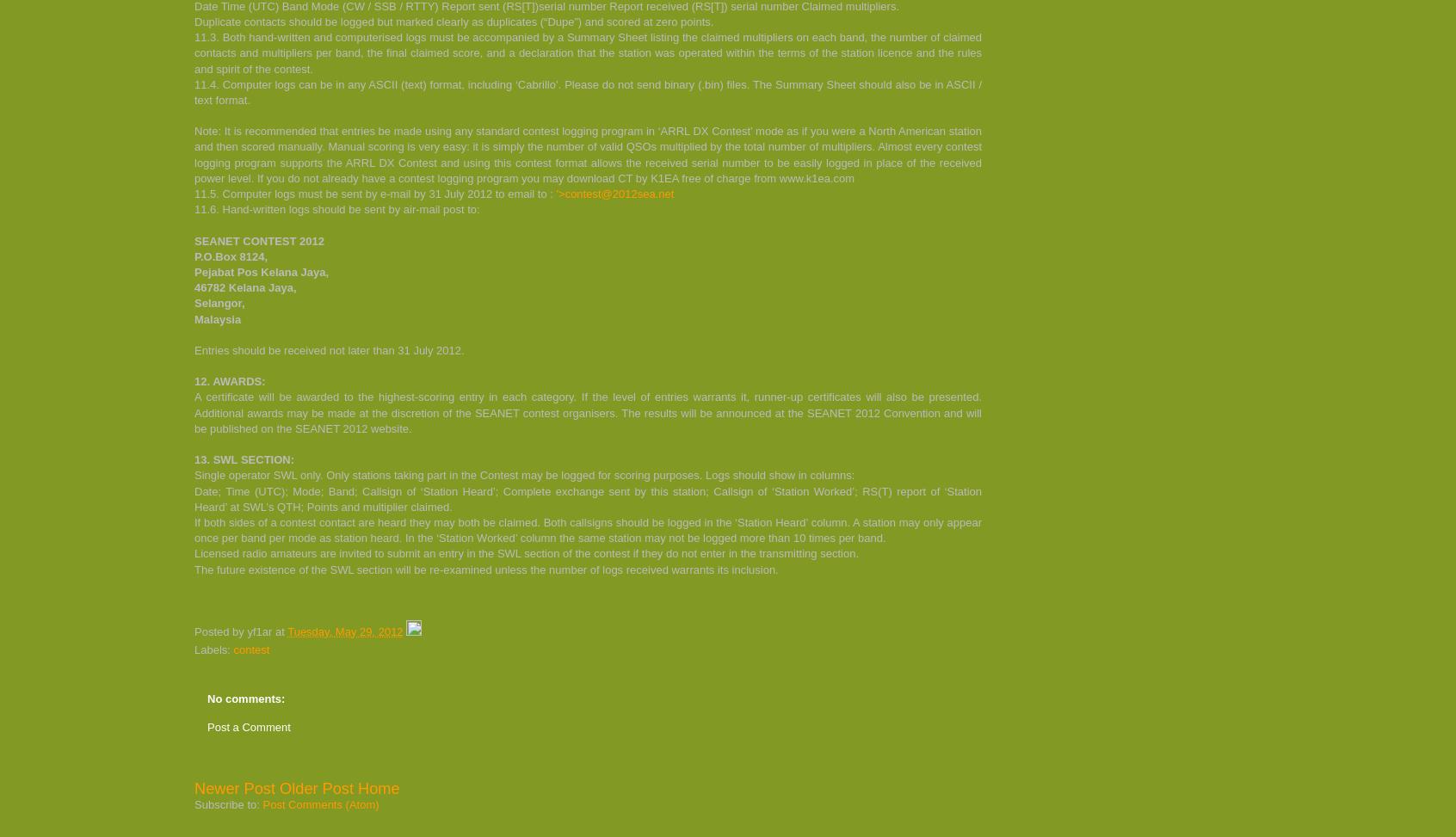 The height and width of the screenshot is (837, 1456). What do you see at coordinates (262, 803) in the screenshot?
I see `'Post Comments (Atom)'` at bounding box center [262, 803].